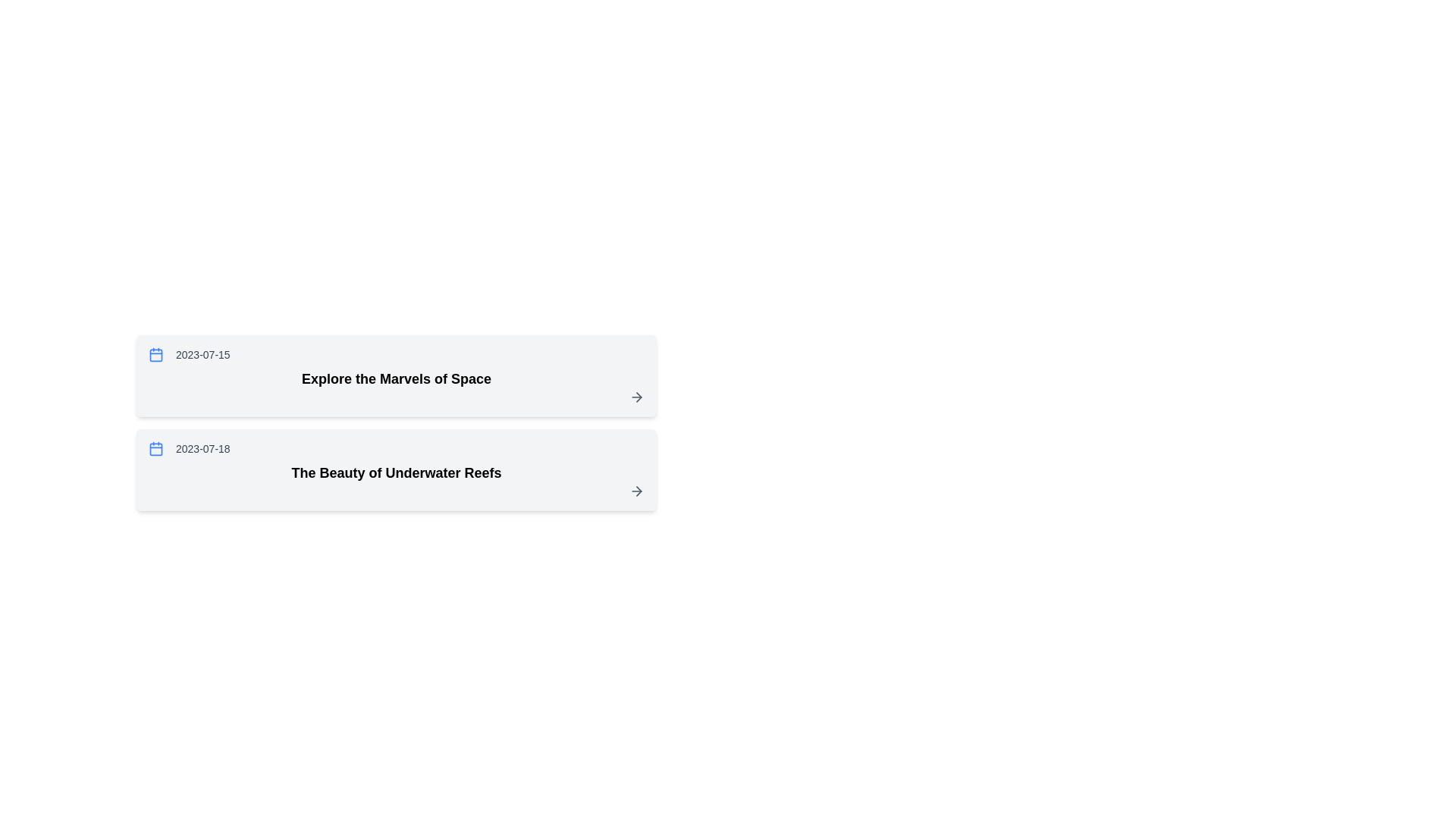 The height and width of the screenshot is (819, 1456). What do you see at coordinates (639, 397) in the screenshot?
I see `the graphical icon located at the right end of the list item dated '2023-07-15' titled 'Explore the Marvels of Space'` at bounding box center [639, 397].